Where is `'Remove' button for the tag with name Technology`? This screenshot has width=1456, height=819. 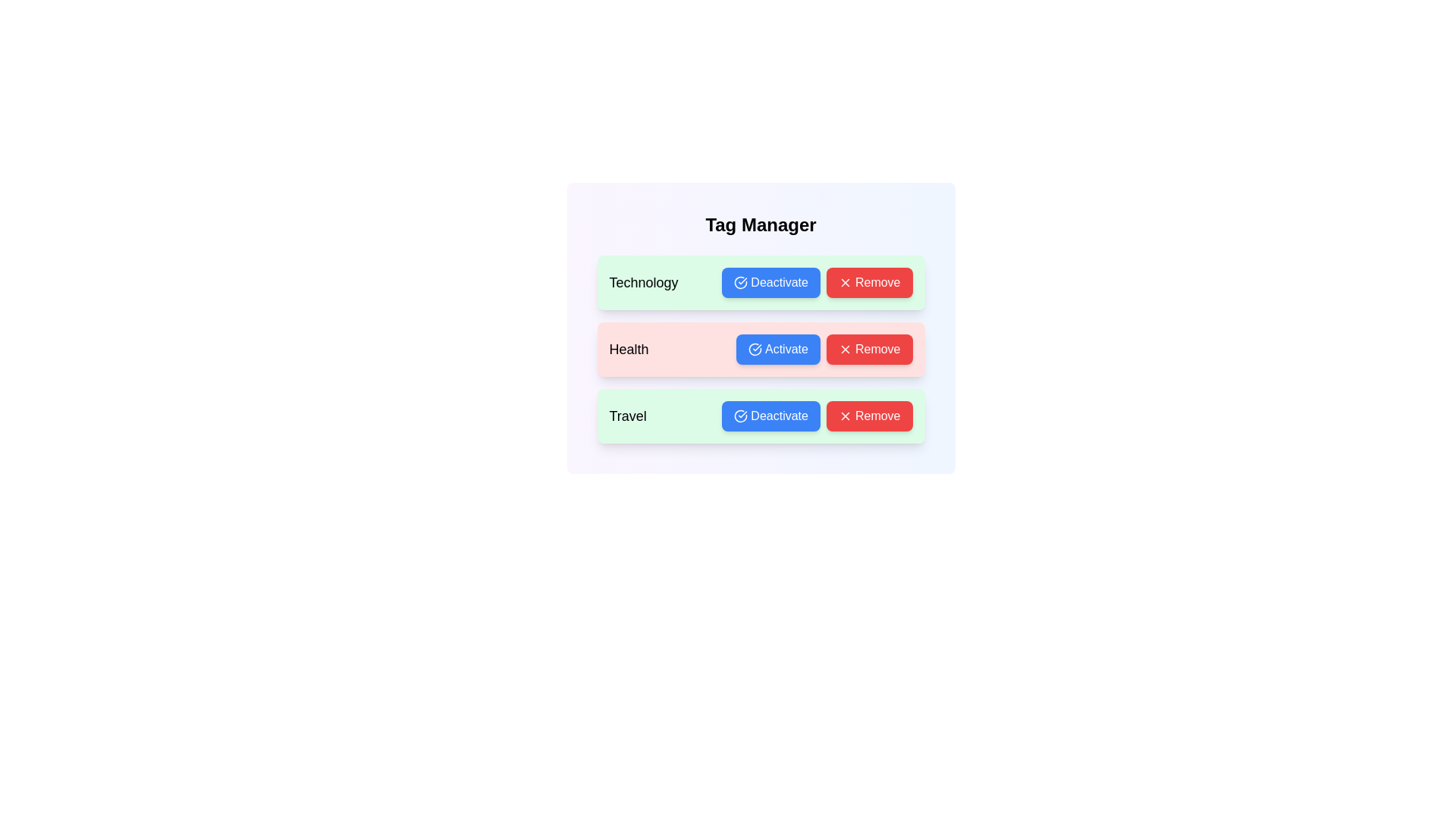 'Remove' button for the tag with name Technology is located at coordinates (869, 283).